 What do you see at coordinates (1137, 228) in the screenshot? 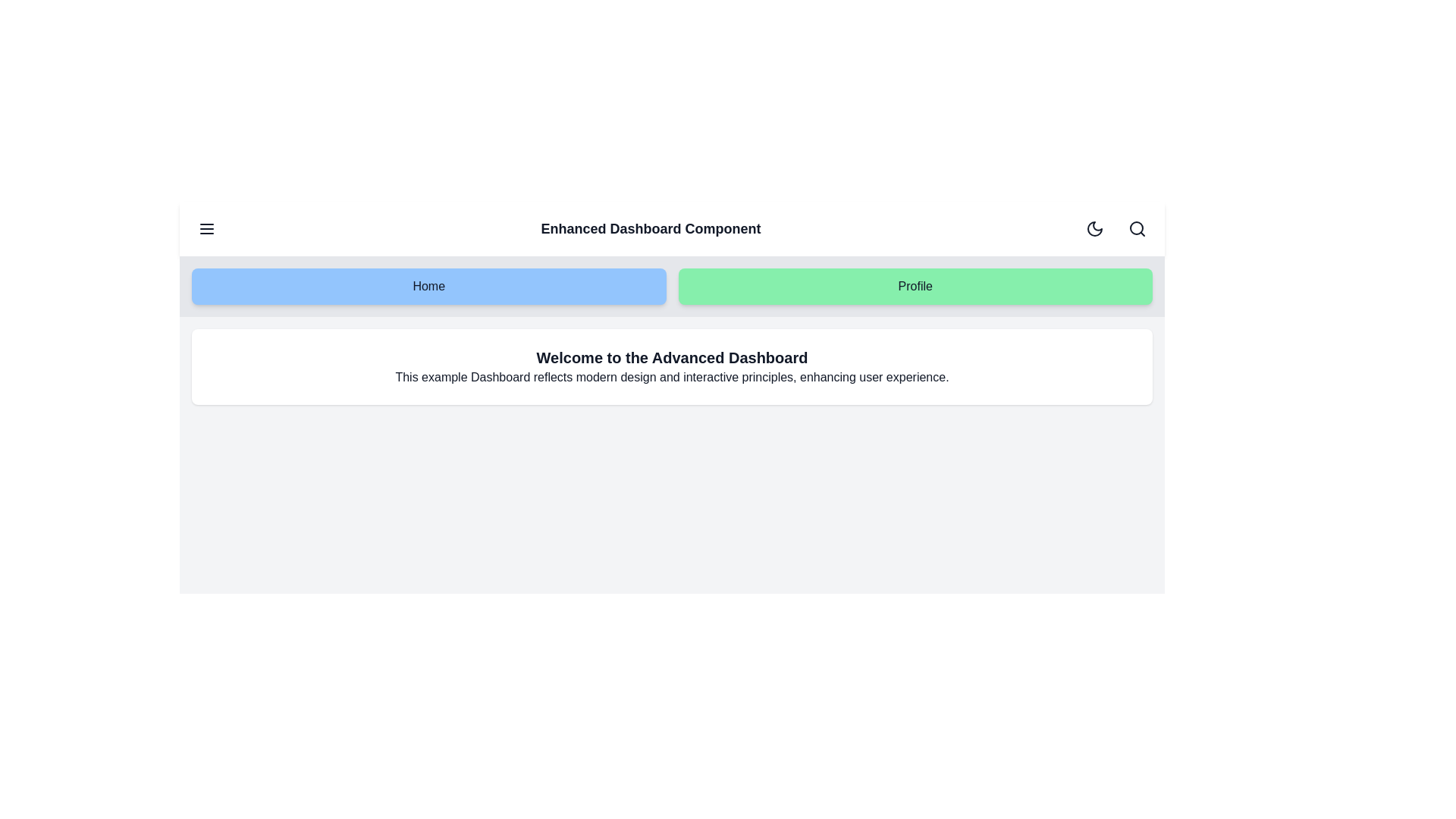
I see `the search button to initiate a search action` at bounding box center [1137, 228].